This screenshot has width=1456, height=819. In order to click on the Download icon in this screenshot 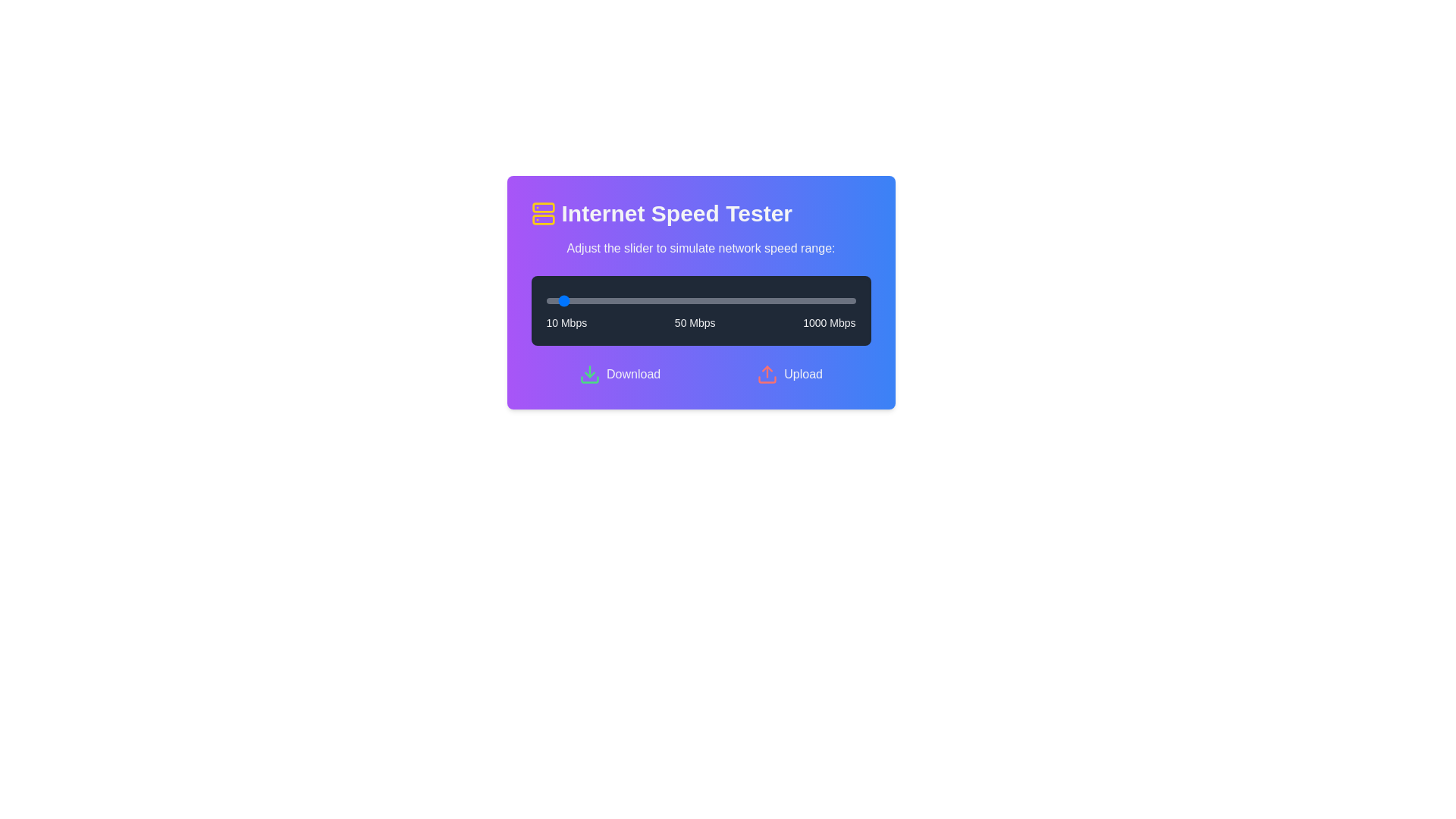, I will do `click(588, 374)`.